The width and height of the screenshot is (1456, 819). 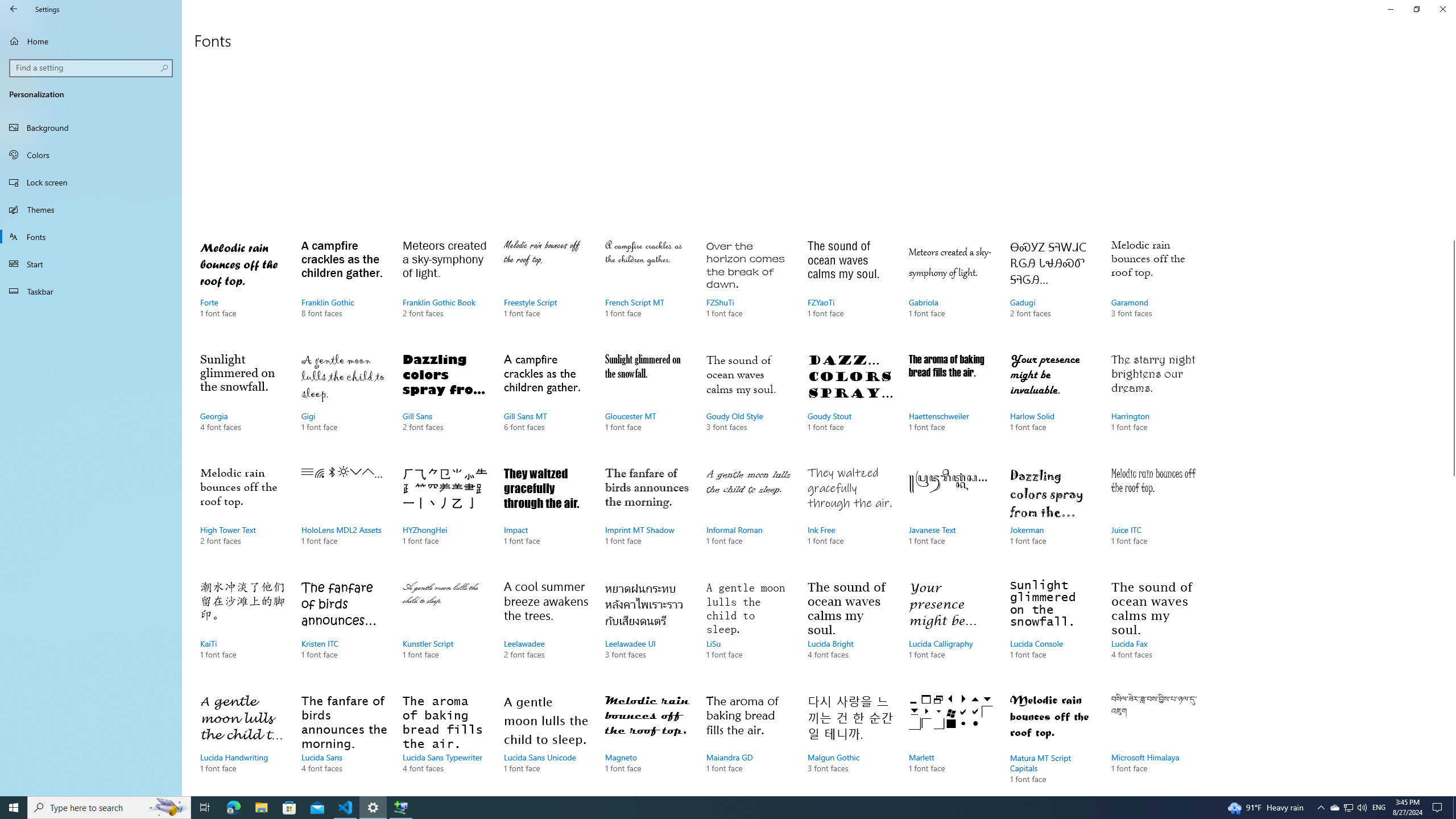 What do you see at coordinates (706, 806) in the screenshot?
I see `'Running applications'` at bounding box center [706, 806].